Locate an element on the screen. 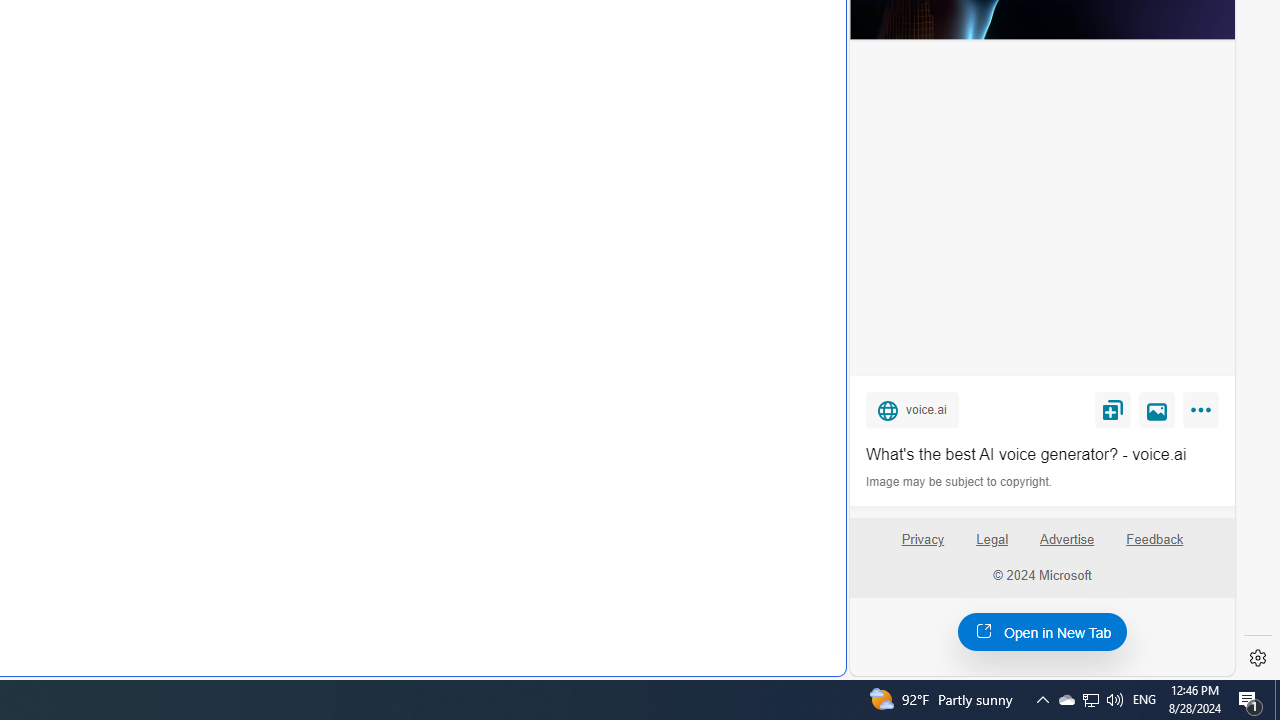 This screenshot has width=1280, height=720. 'Open in New Tab' is located at coordinates (1041, 631).